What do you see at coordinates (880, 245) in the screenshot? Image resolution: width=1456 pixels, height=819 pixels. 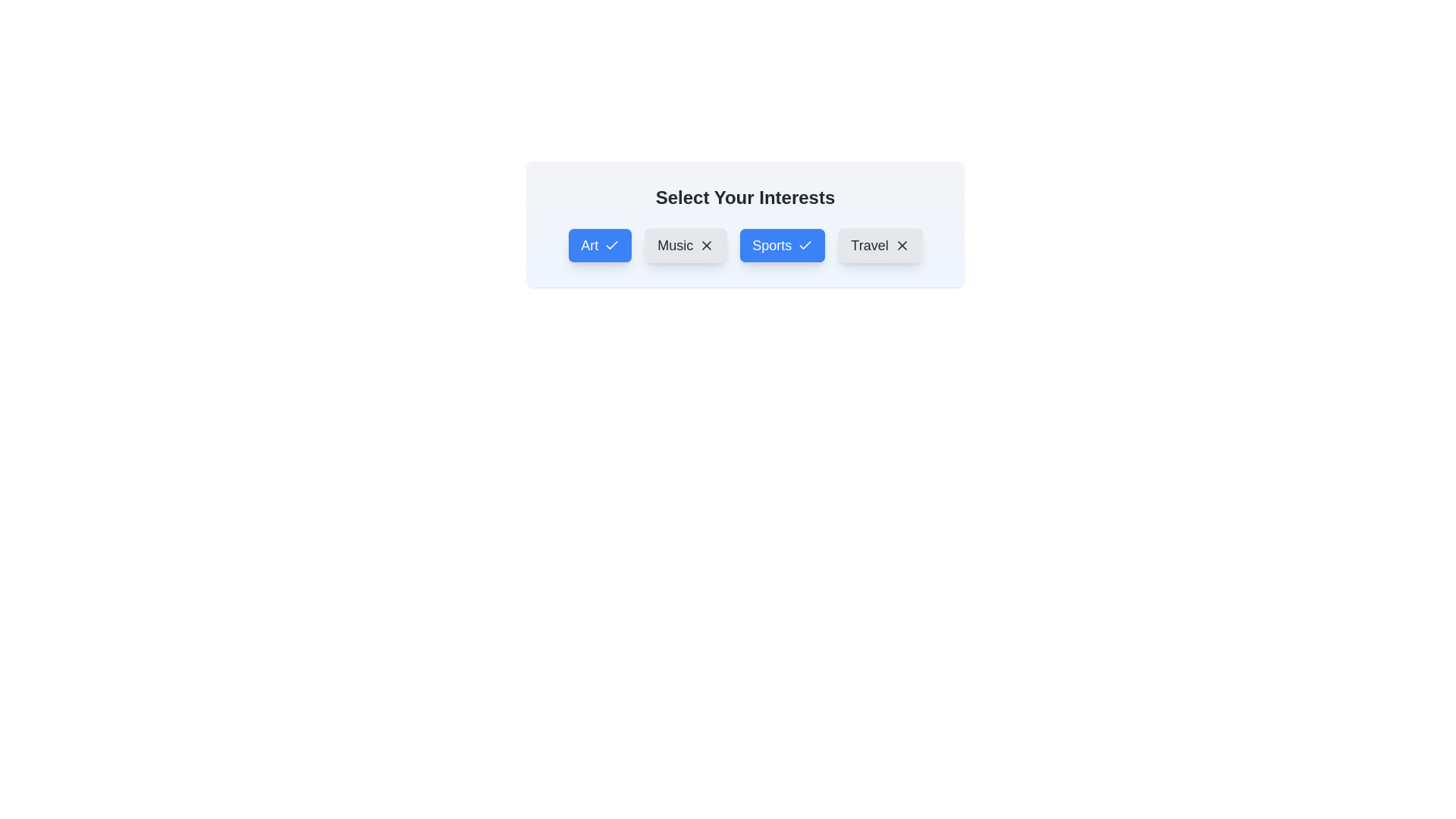 I see `the interest item Travel to observe its hover effect` at bounding box center [880, 245].